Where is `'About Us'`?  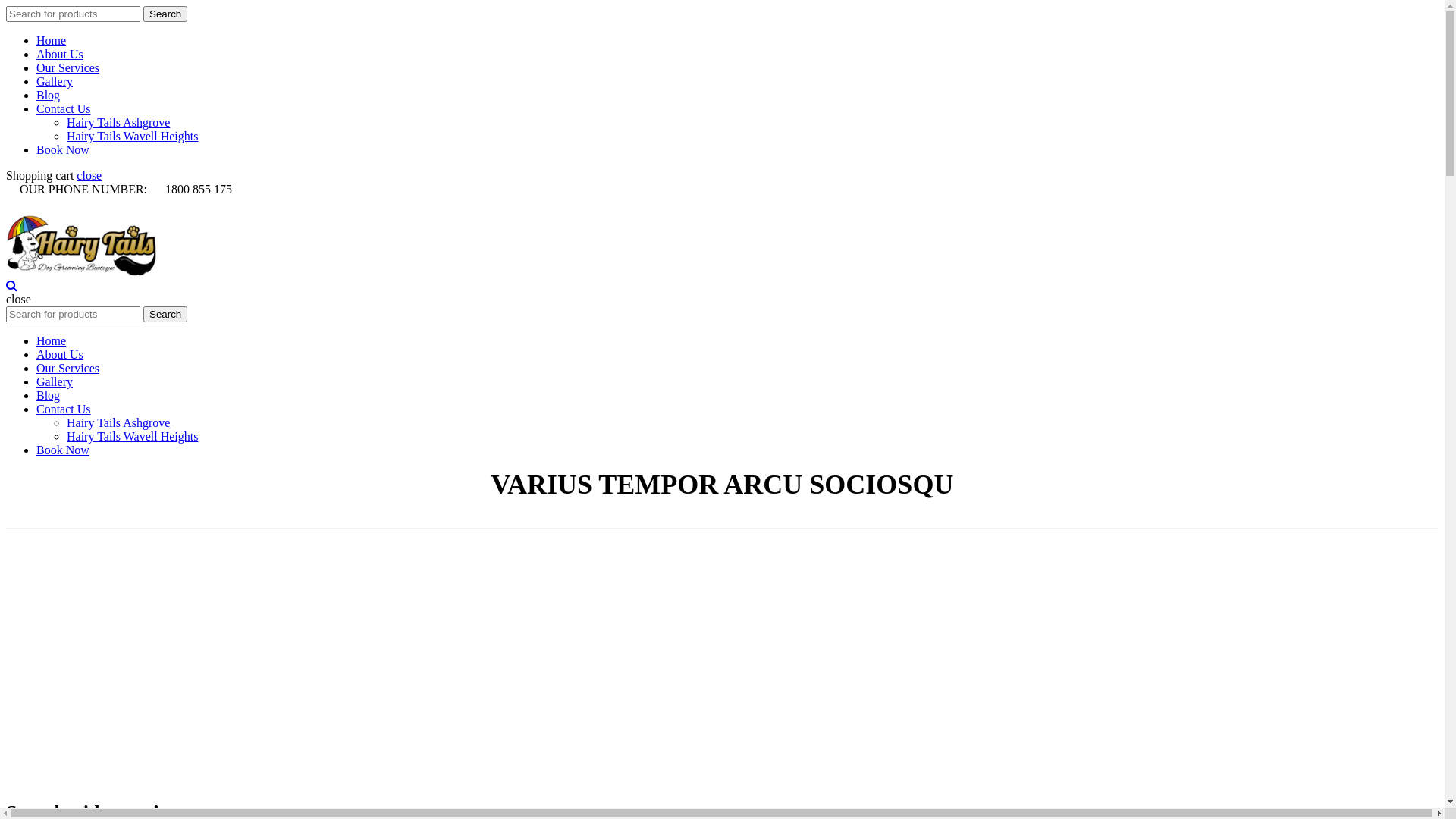 'About Us' is located at coordinates (36, 53).